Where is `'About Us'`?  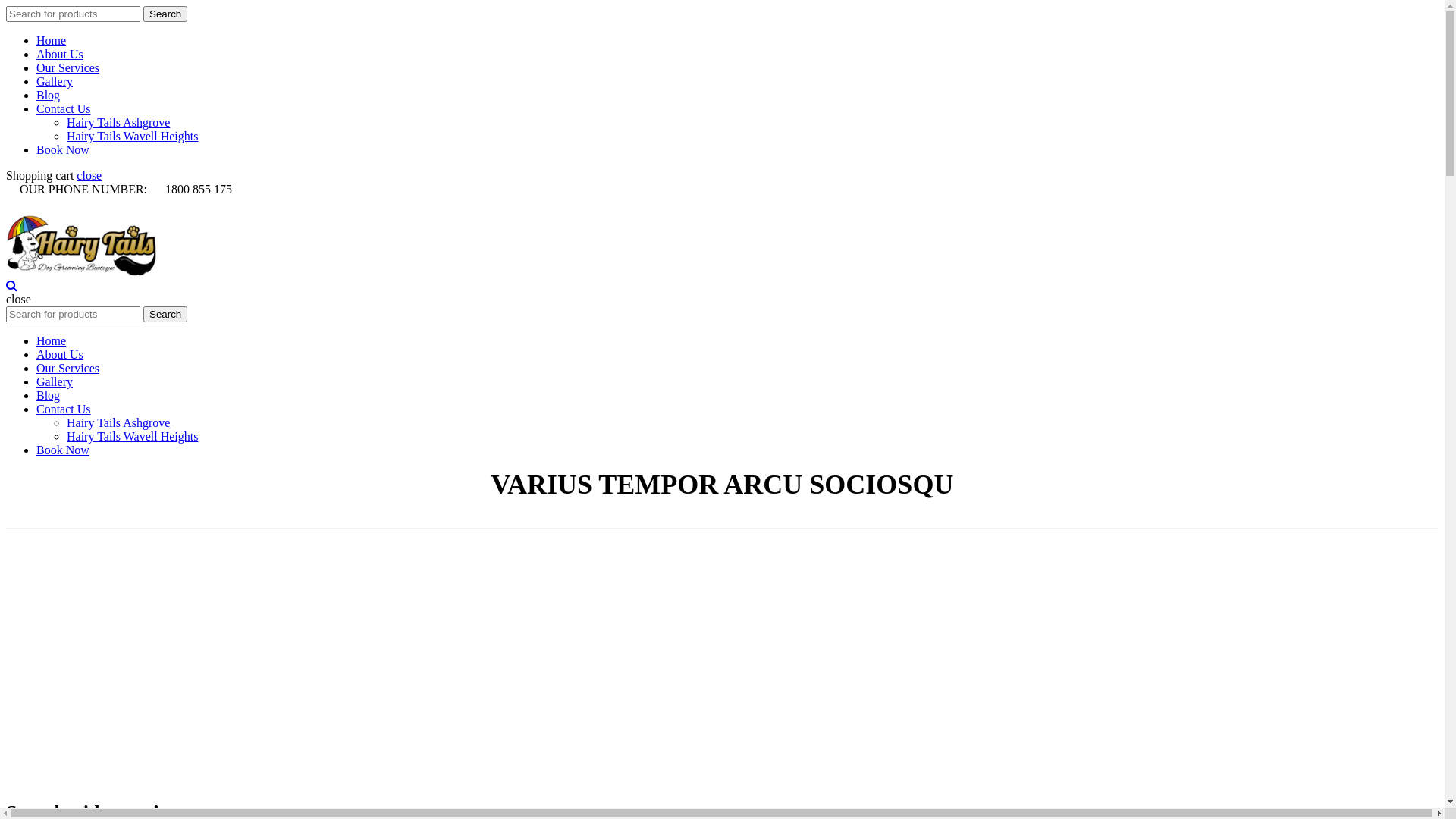 'About Us' is located at coordinates (36, 53).